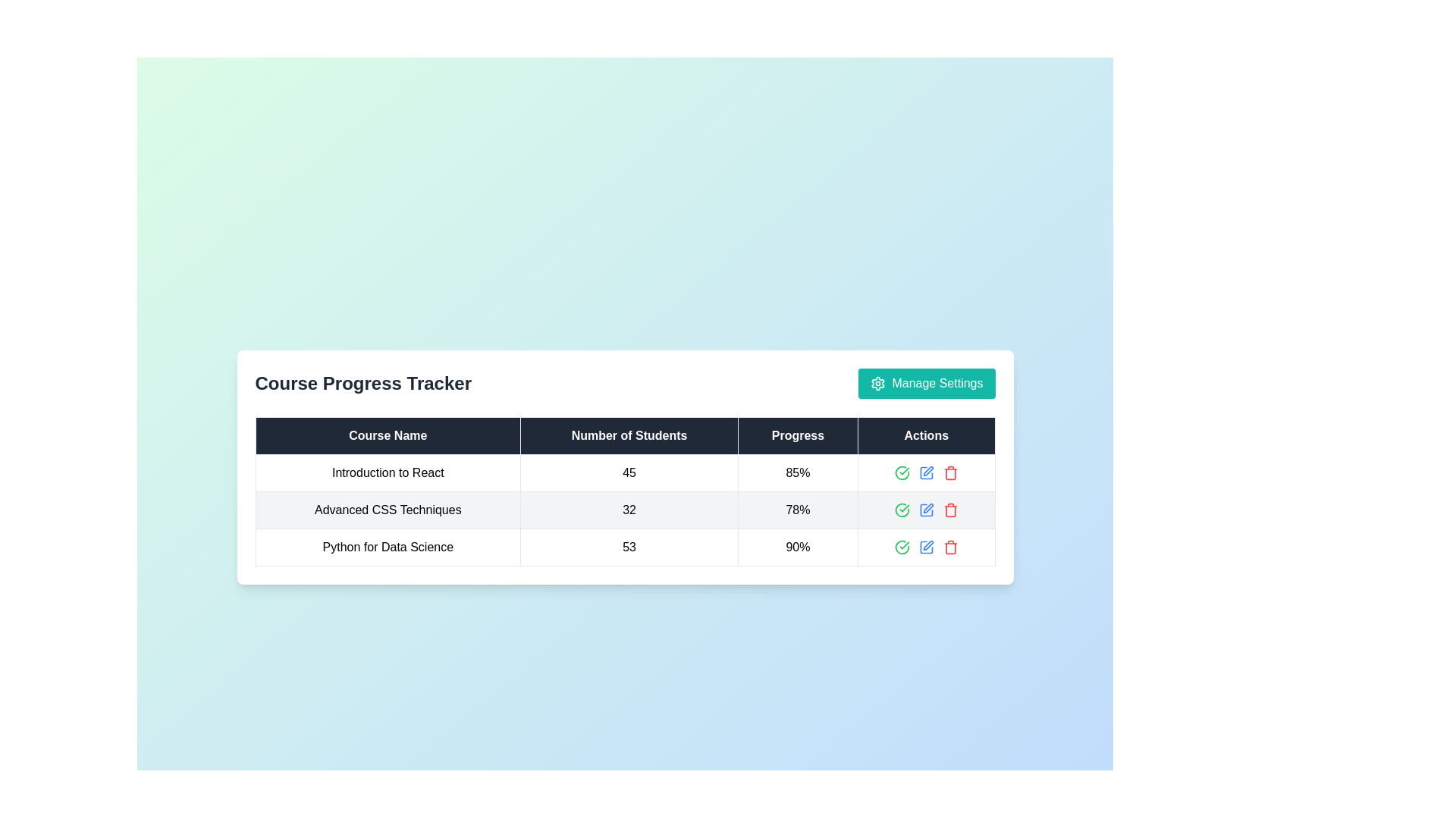 The height and width of the screenshot is (819, 1456). I want to click on the static text element that displays the completion progress percentage of the 'Introduction to React' course, located in the 'Progress' column of the 'Course Progress Tracker' table, so click(797, 472).